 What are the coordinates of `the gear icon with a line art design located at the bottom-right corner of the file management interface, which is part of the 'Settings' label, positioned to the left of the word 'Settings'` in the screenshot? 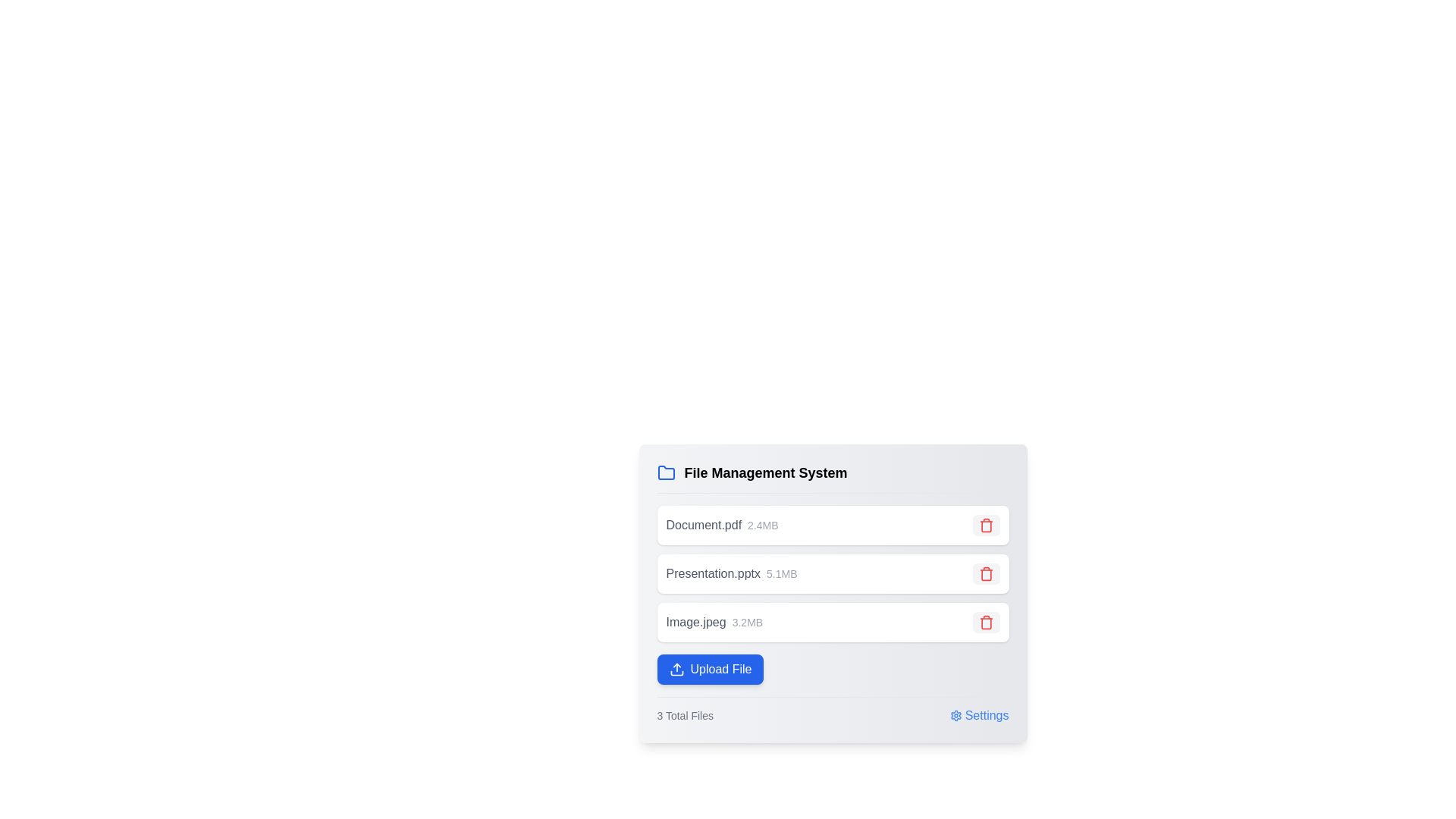 It's located at (955, 716).